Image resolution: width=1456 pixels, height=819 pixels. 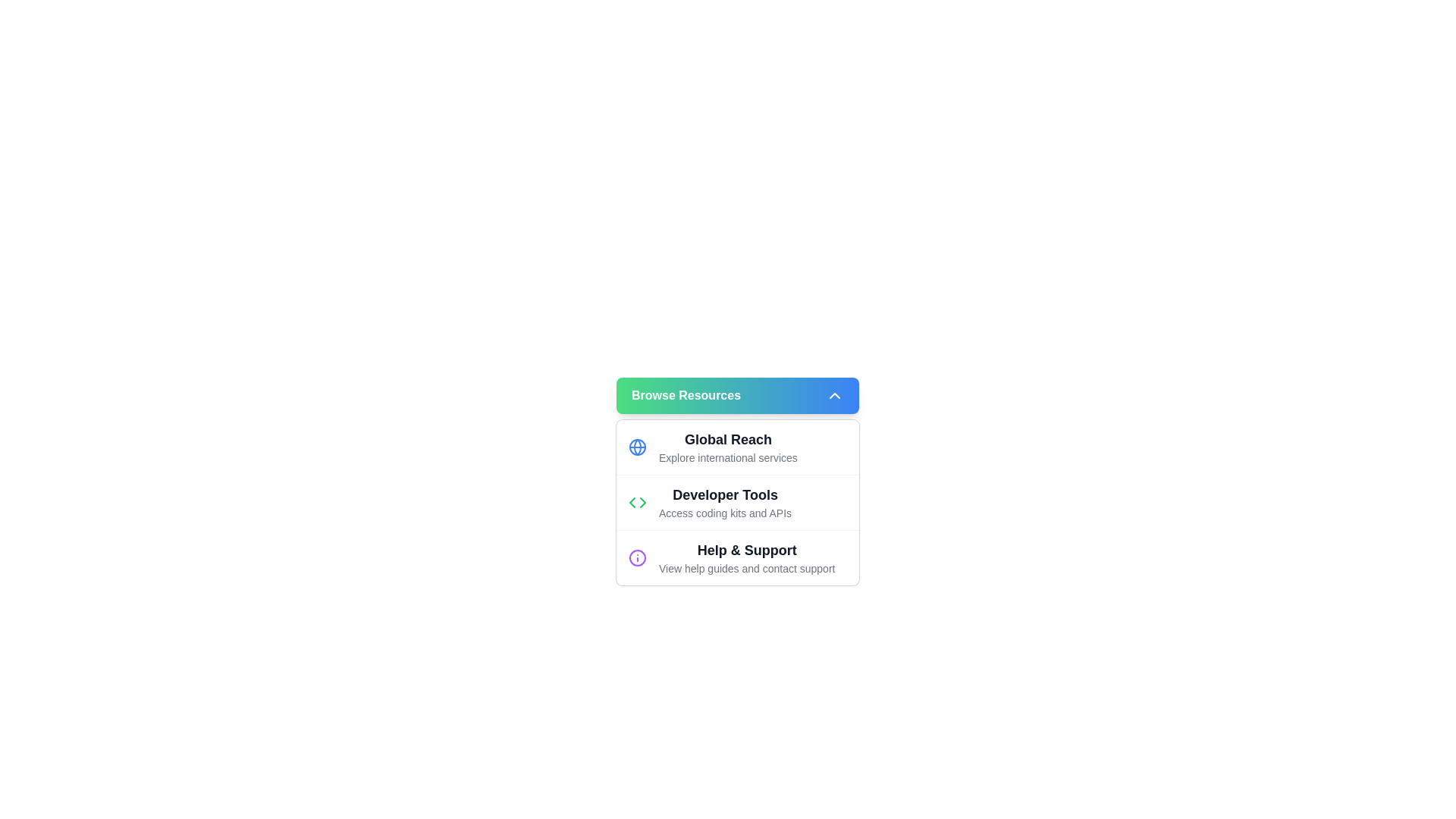 What do you see at coordinates (643, 503) in the screenshot?
I see `the second triangle in the left-right arrow SVG icon representing navigation or coding tools` at bounding box center [643, 503].